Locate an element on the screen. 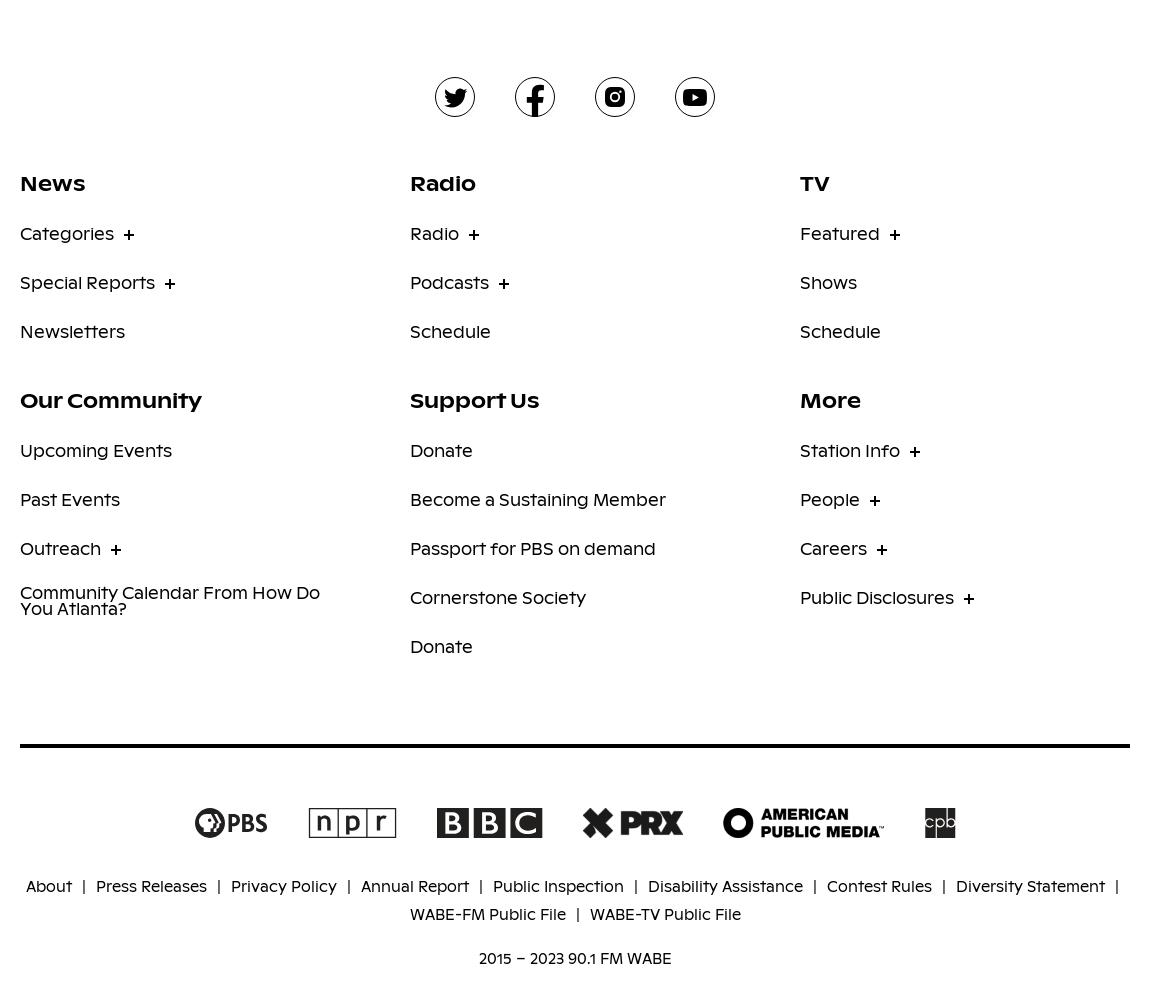 The width and height of the screenshot is (1150, 993). '2015 – 2023 90.1 FM WABE' is located at coordinates (574, 958).